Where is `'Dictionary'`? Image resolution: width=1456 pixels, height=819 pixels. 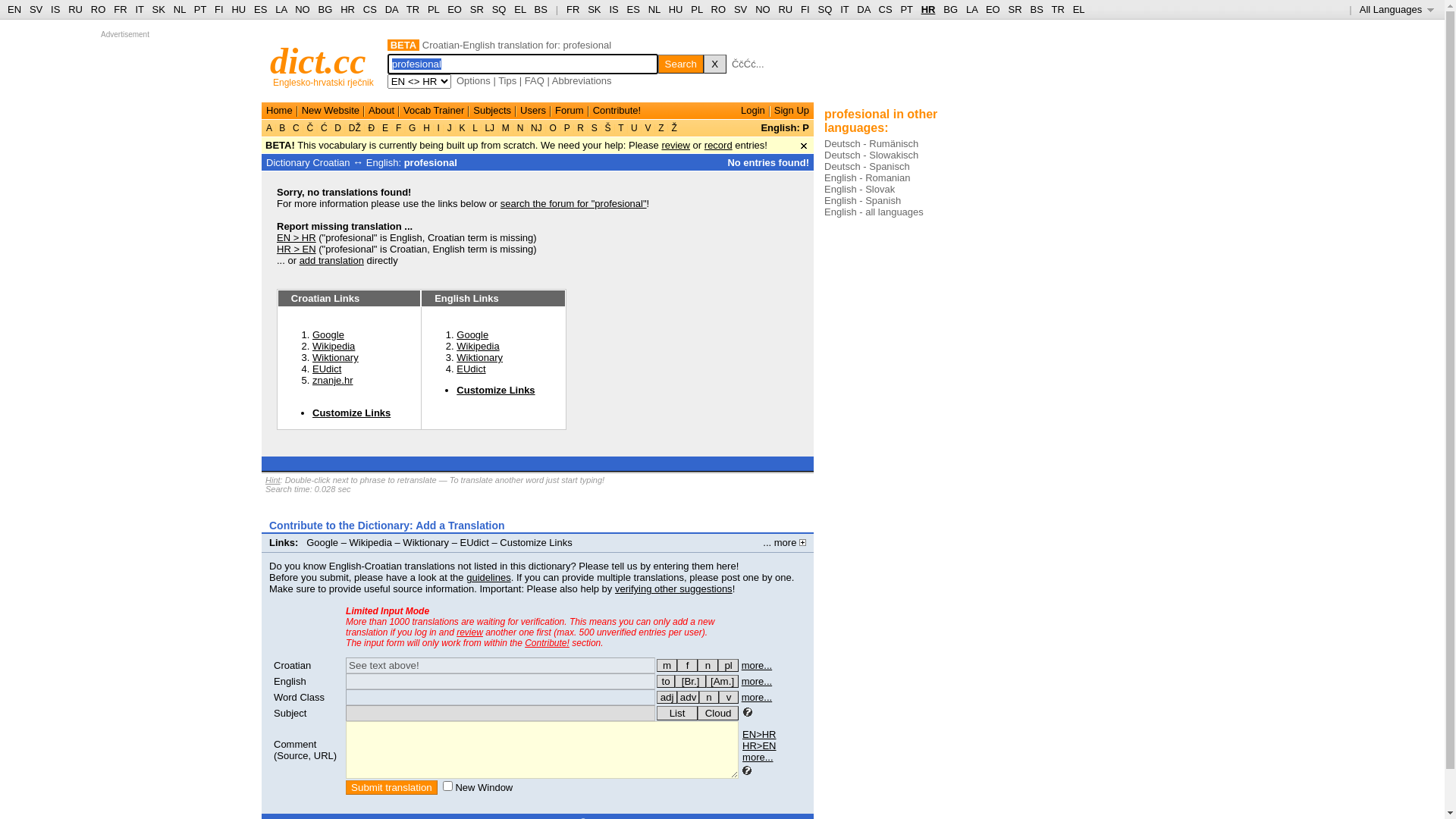
'Dictionary' is located at coordinates (287, 162).